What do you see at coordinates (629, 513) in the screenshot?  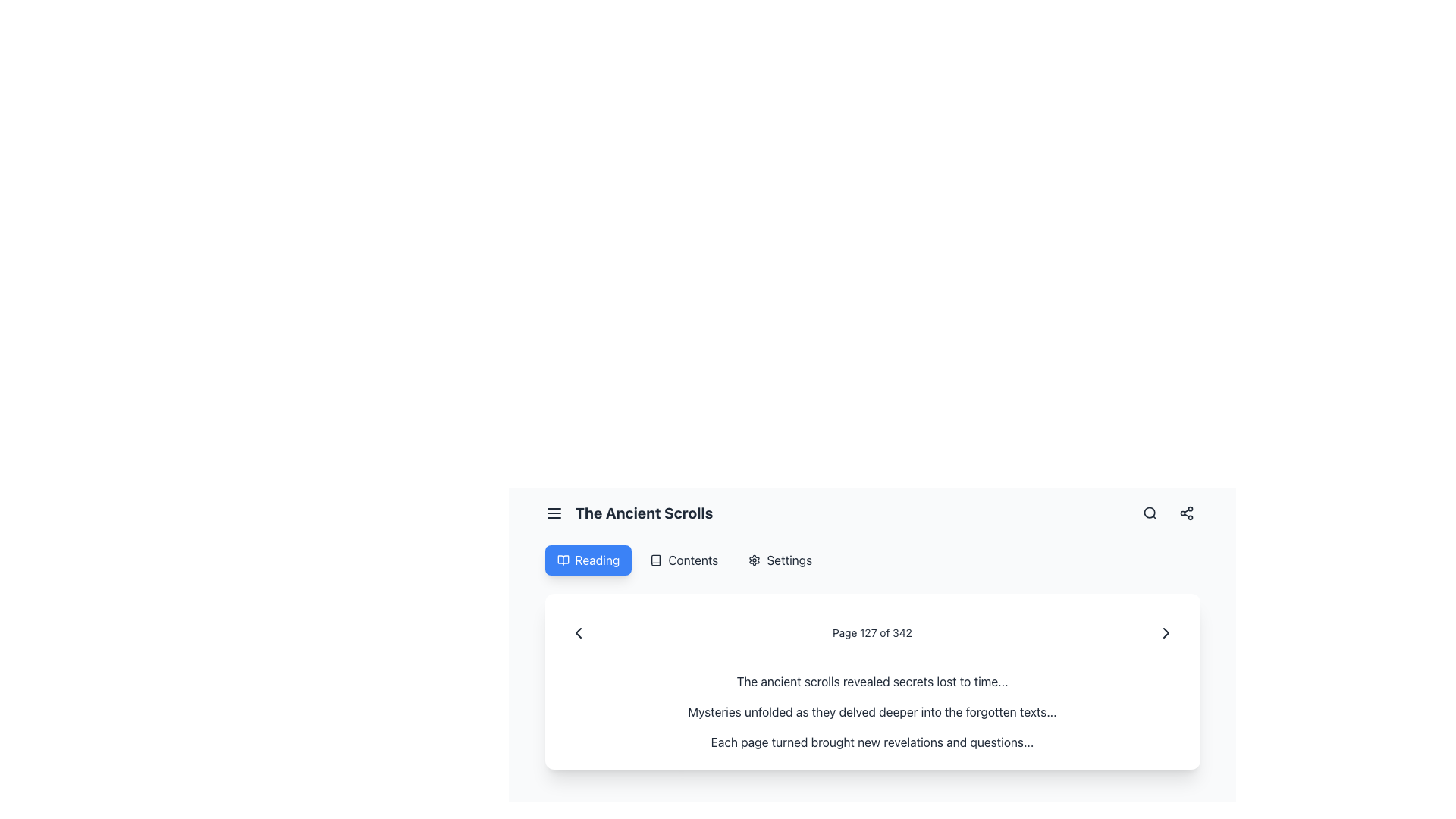 I see `text label 'The Ancient Scrolls', which is displayed in bold and larger font size, positioned immediately to the right of a menu icon with three horizontal lines` at bounding box center [629, 513].